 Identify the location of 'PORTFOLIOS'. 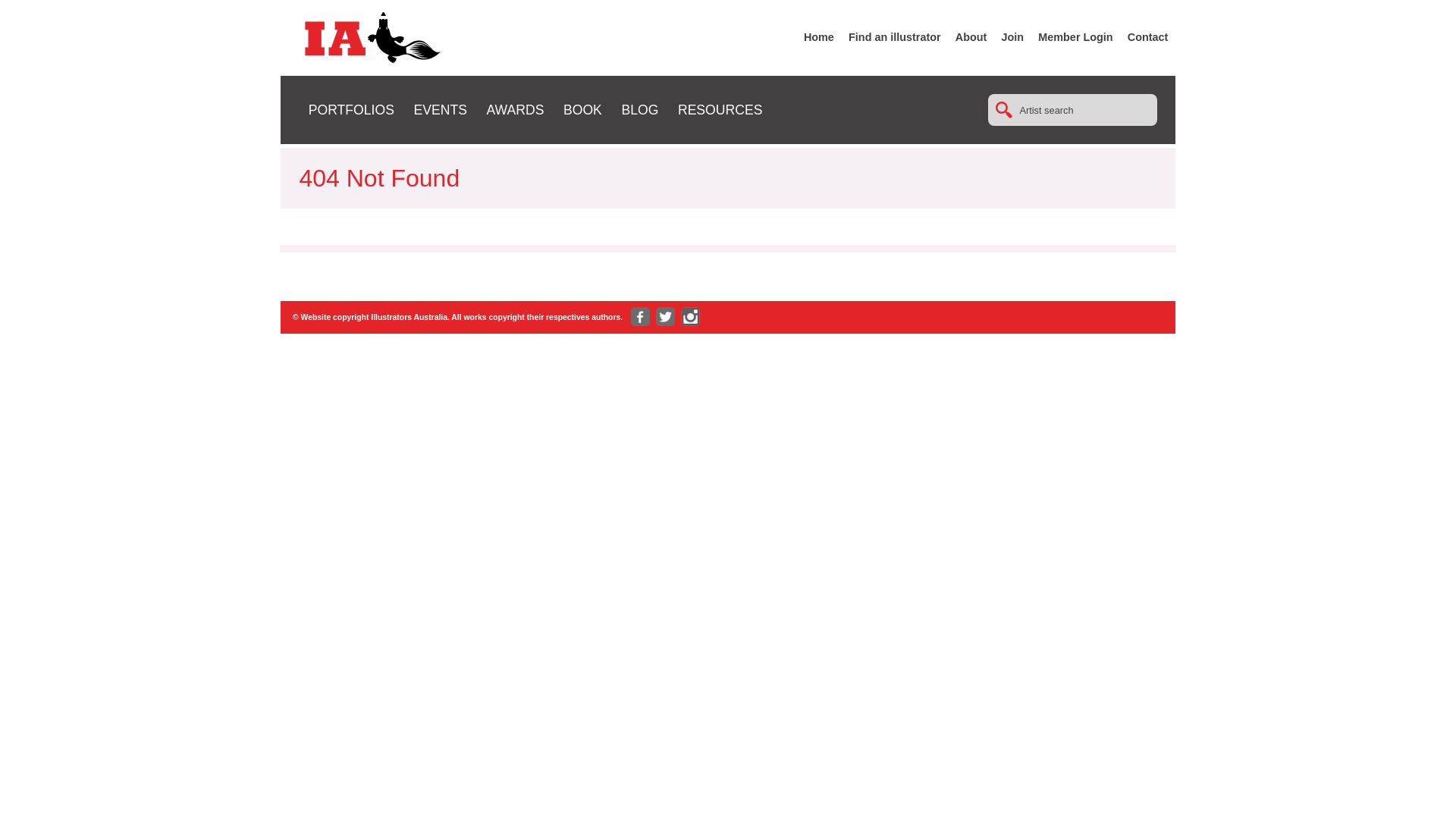
(350, 109).